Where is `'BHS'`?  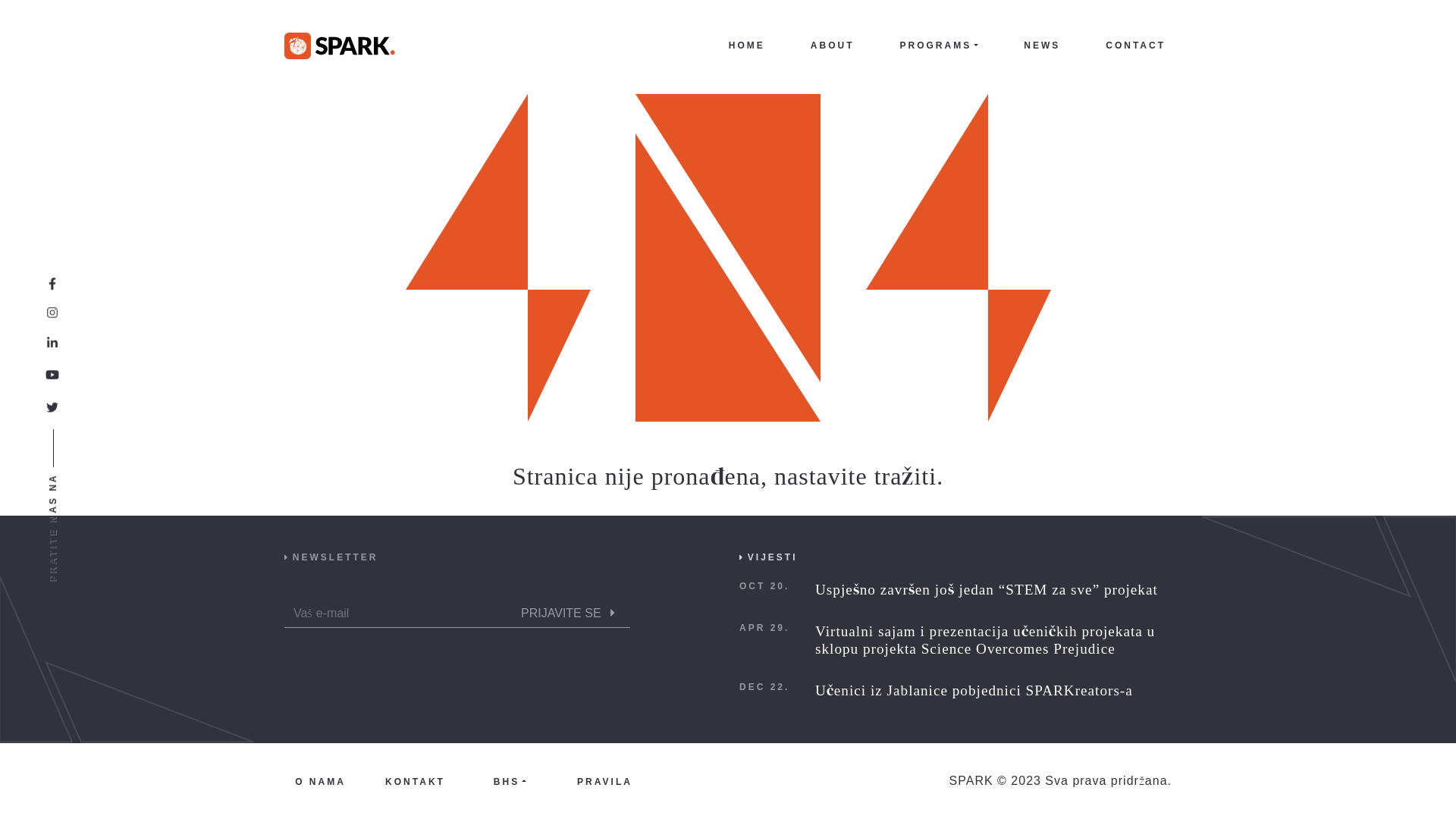
'BHS' is located at coordinates (510, 780).